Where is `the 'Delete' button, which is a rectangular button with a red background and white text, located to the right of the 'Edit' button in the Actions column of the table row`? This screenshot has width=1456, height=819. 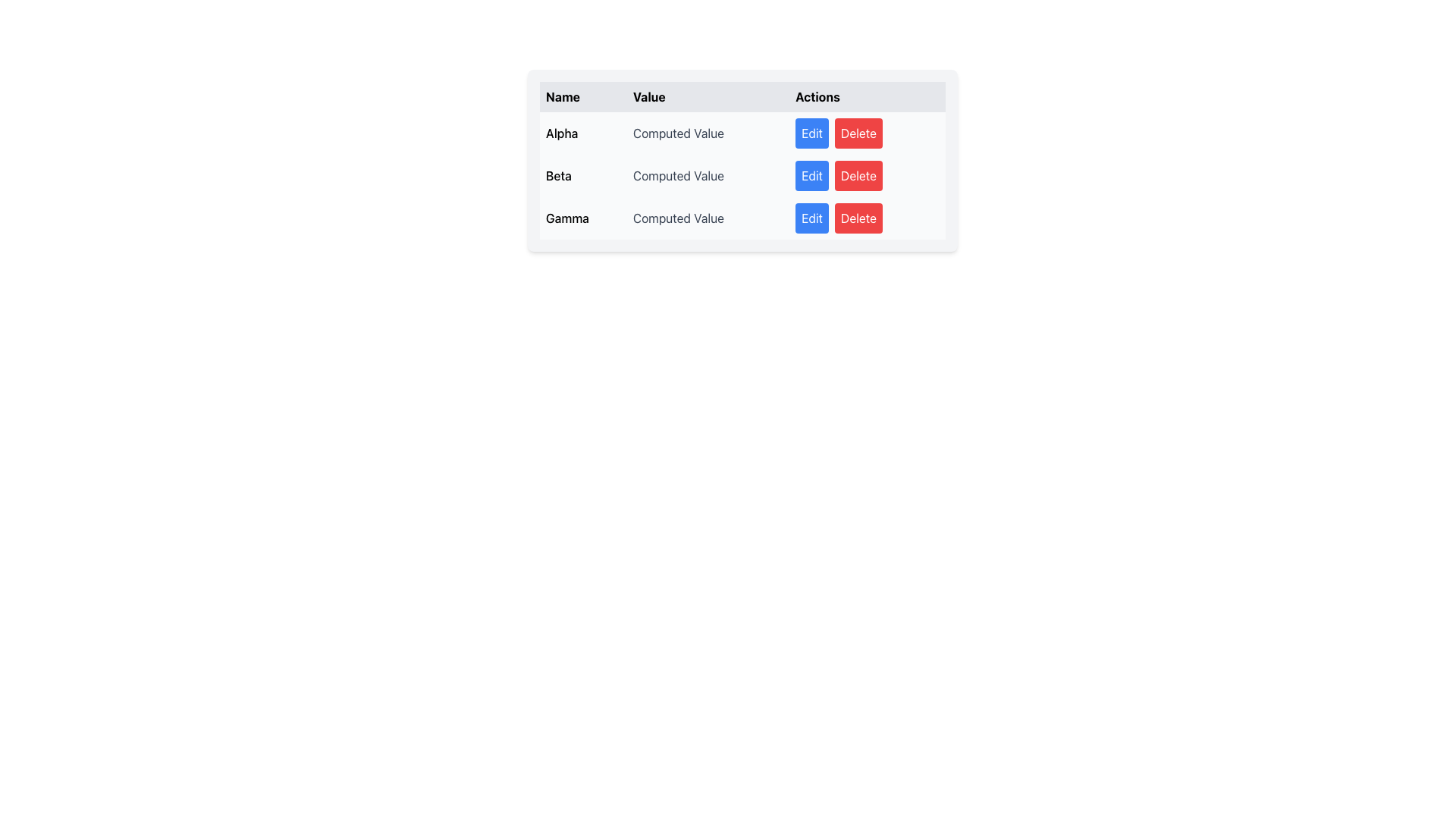 the 'Delete' button, which is a rectangular button with a red background and white text, located to the right of the 'Edit' button in the Actions column of the table row is located at coordinates (858, 133).